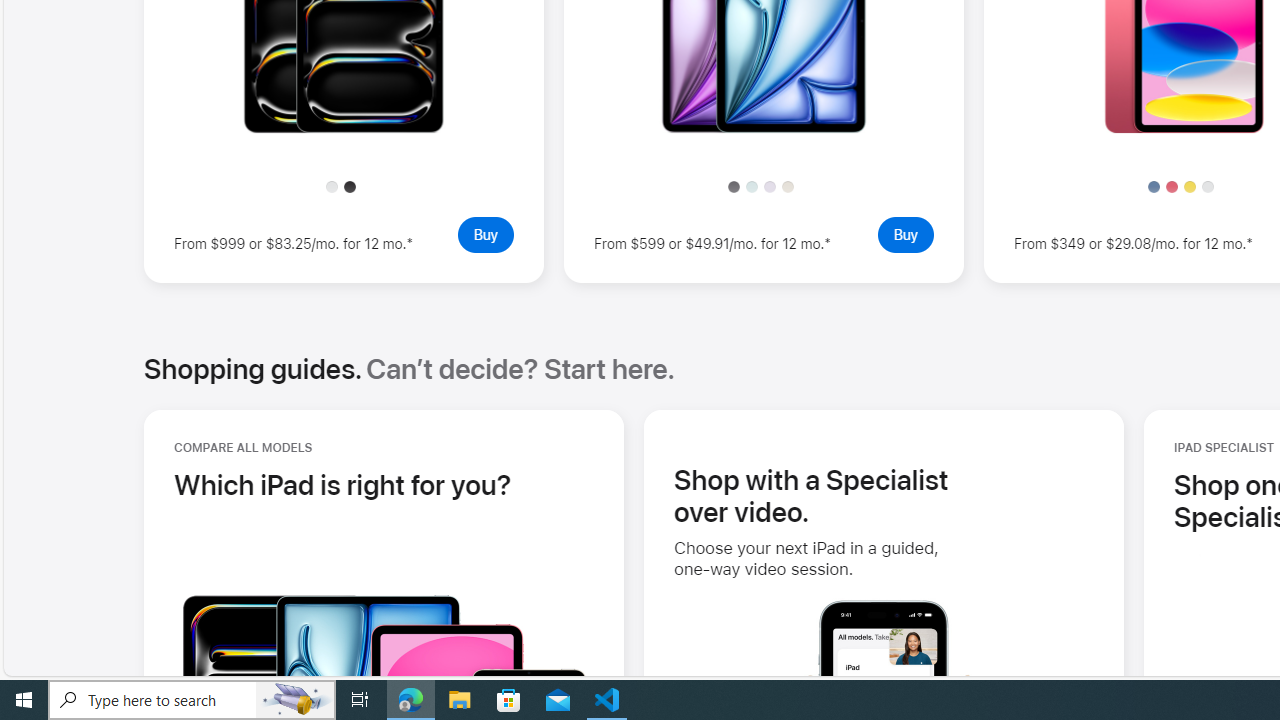  I want to click on 'Purple', so click(768, 186).